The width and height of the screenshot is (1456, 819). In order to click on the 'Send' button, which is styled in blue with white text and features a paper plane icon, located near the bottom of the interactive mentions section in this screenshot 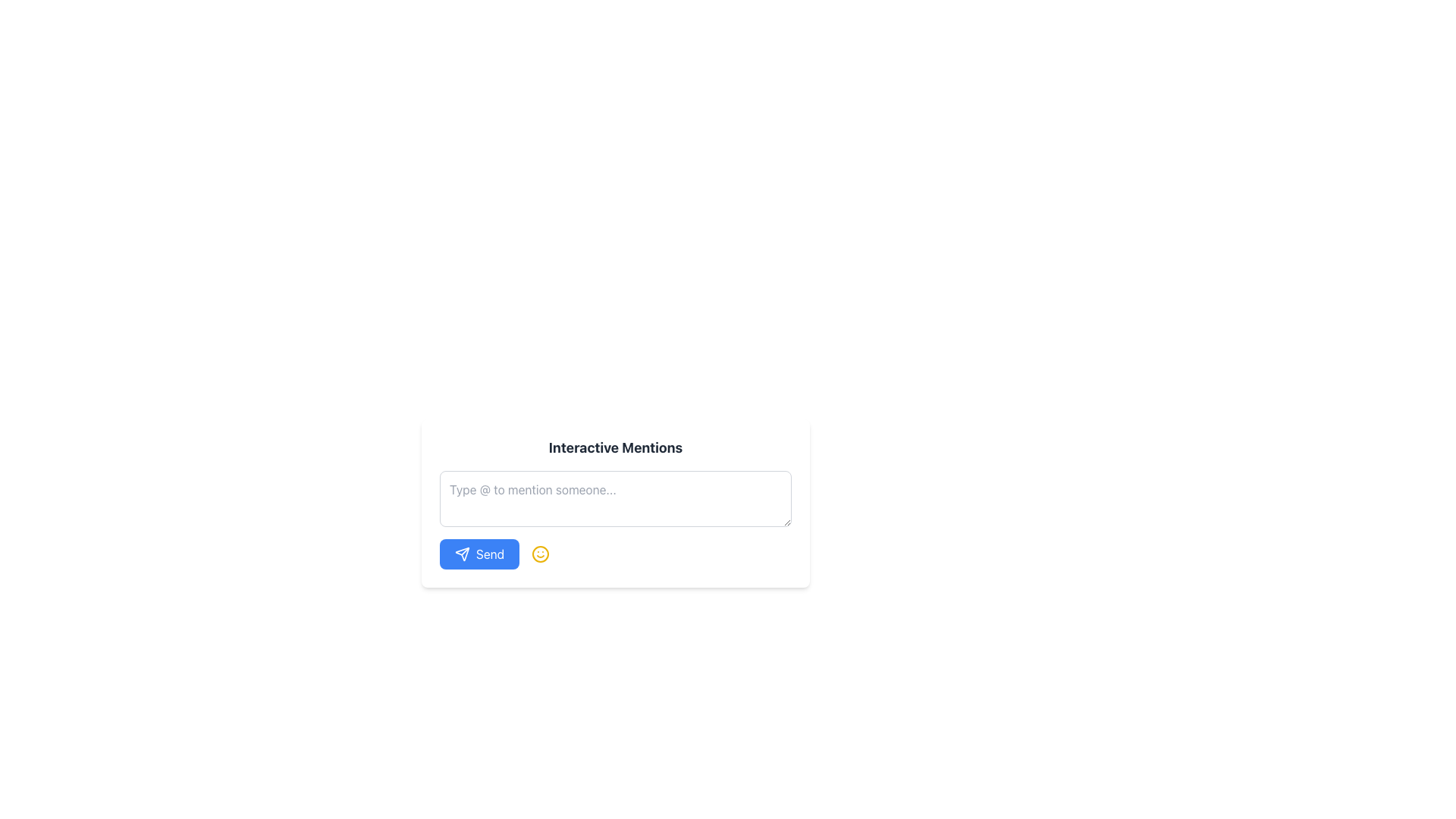, I will do `click(479, 554)`.